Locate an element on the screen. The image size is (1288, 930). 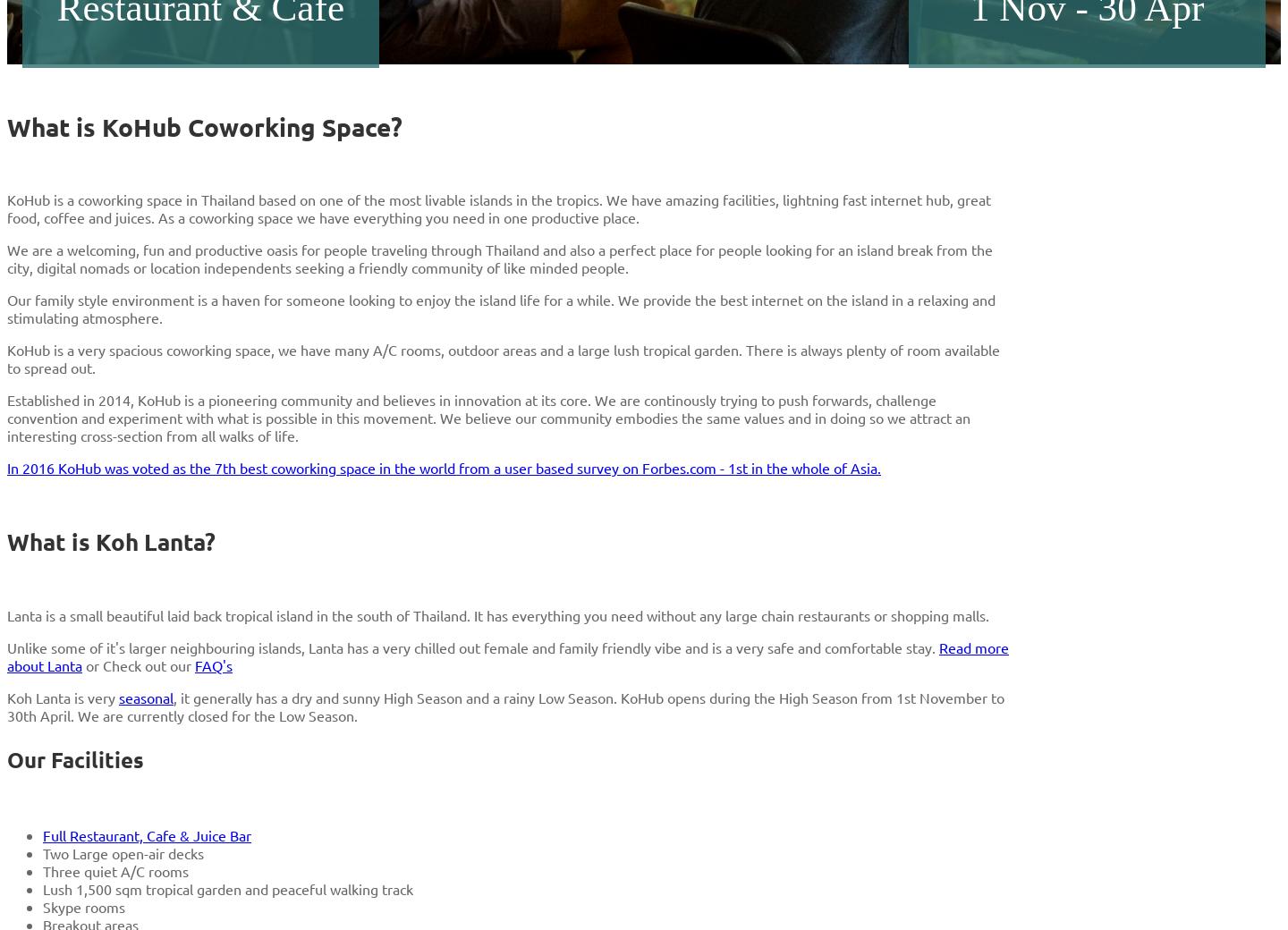
'FAQ's' is located at coordinates (214, 665).